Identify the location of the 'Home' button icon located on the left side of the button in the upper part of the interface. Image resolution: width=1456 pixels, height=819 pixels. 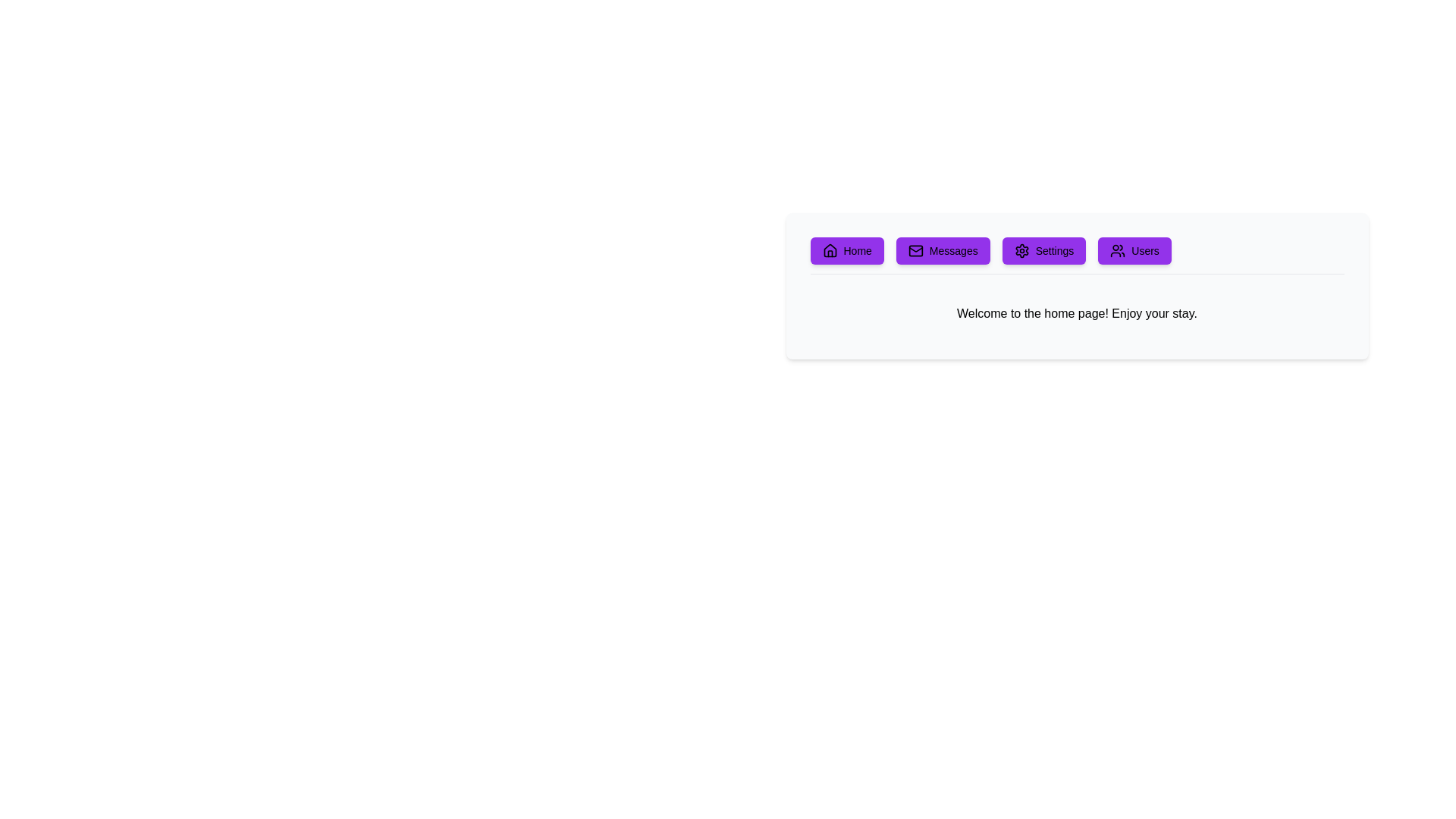
(829, 250).